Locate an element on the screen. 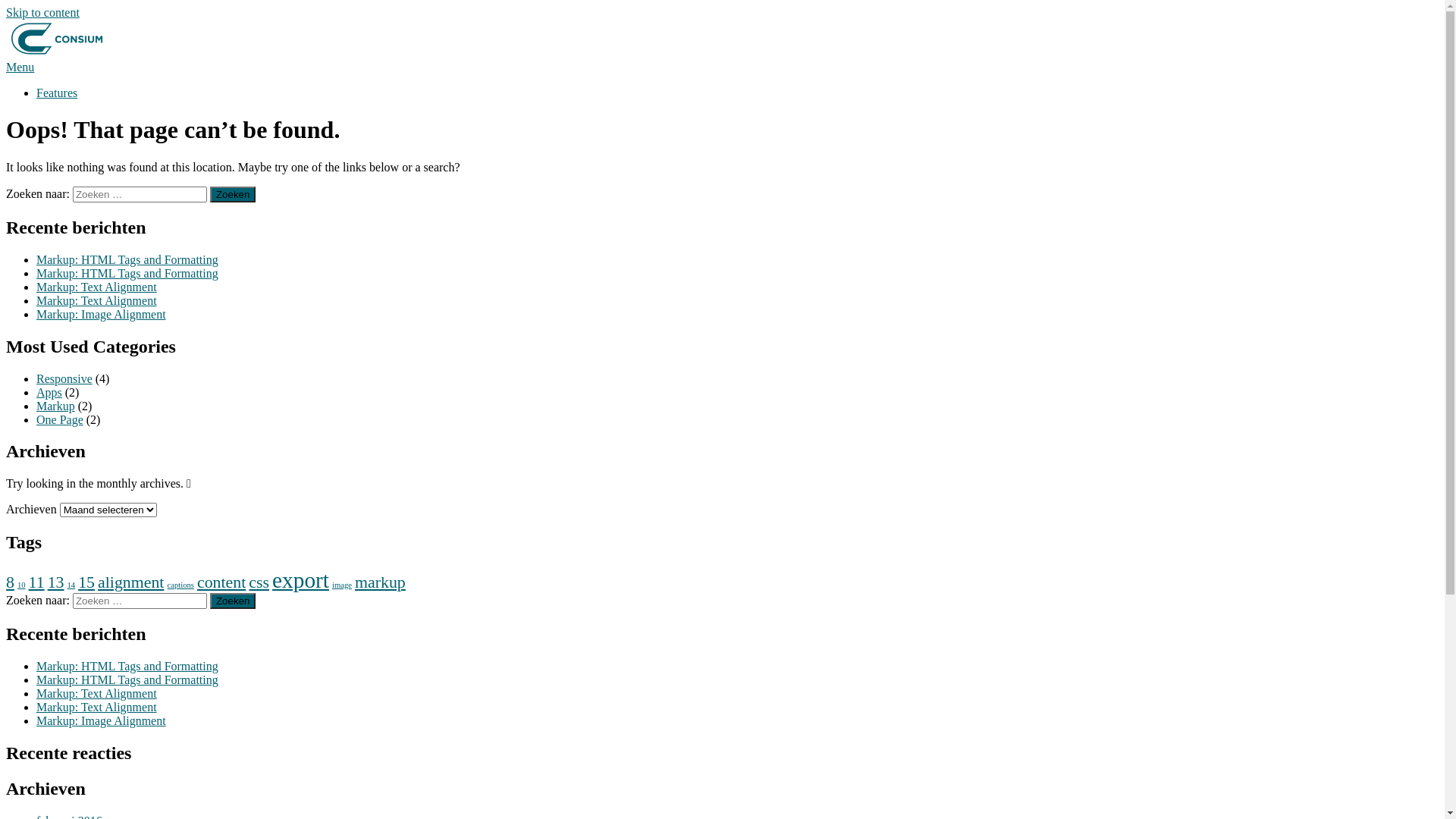  'export' is located at coordinates (272, 579).